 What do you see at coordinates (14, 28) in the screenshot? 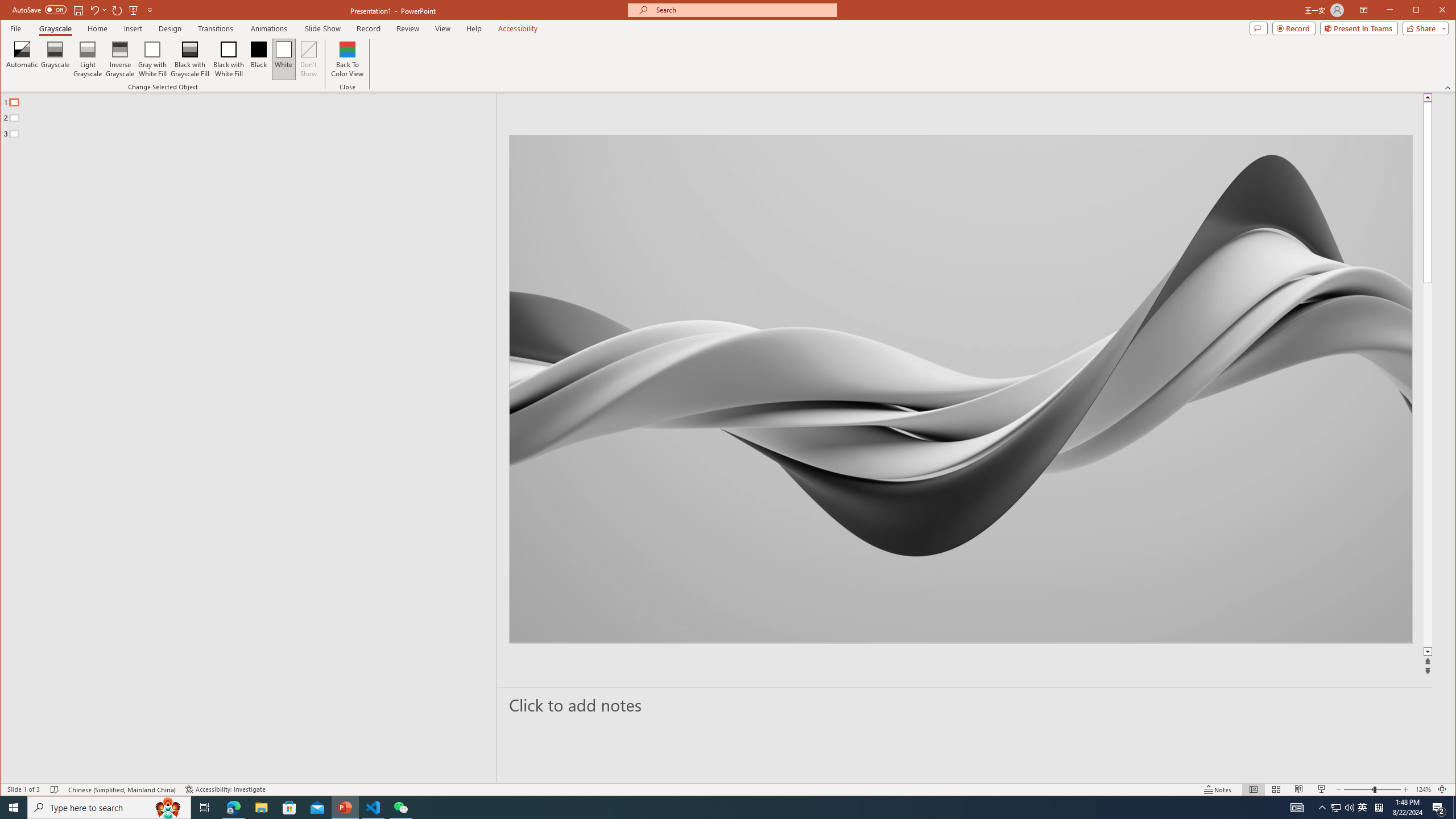
I see `'File Tab'` at bounding box center [14, 28].